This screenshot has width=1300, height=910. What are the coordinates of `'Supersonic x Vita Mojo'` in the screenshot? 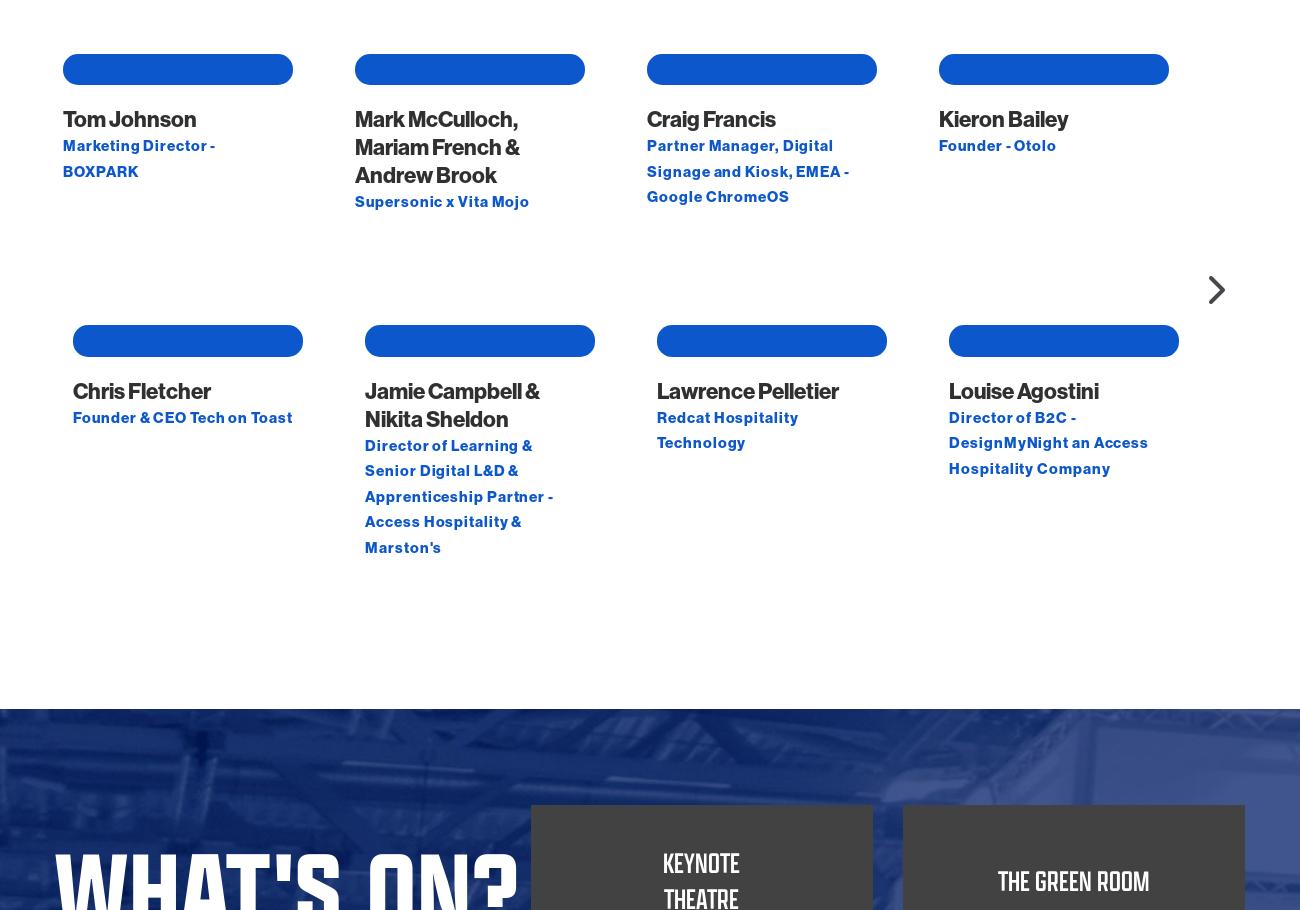 It's located at (441, 398).